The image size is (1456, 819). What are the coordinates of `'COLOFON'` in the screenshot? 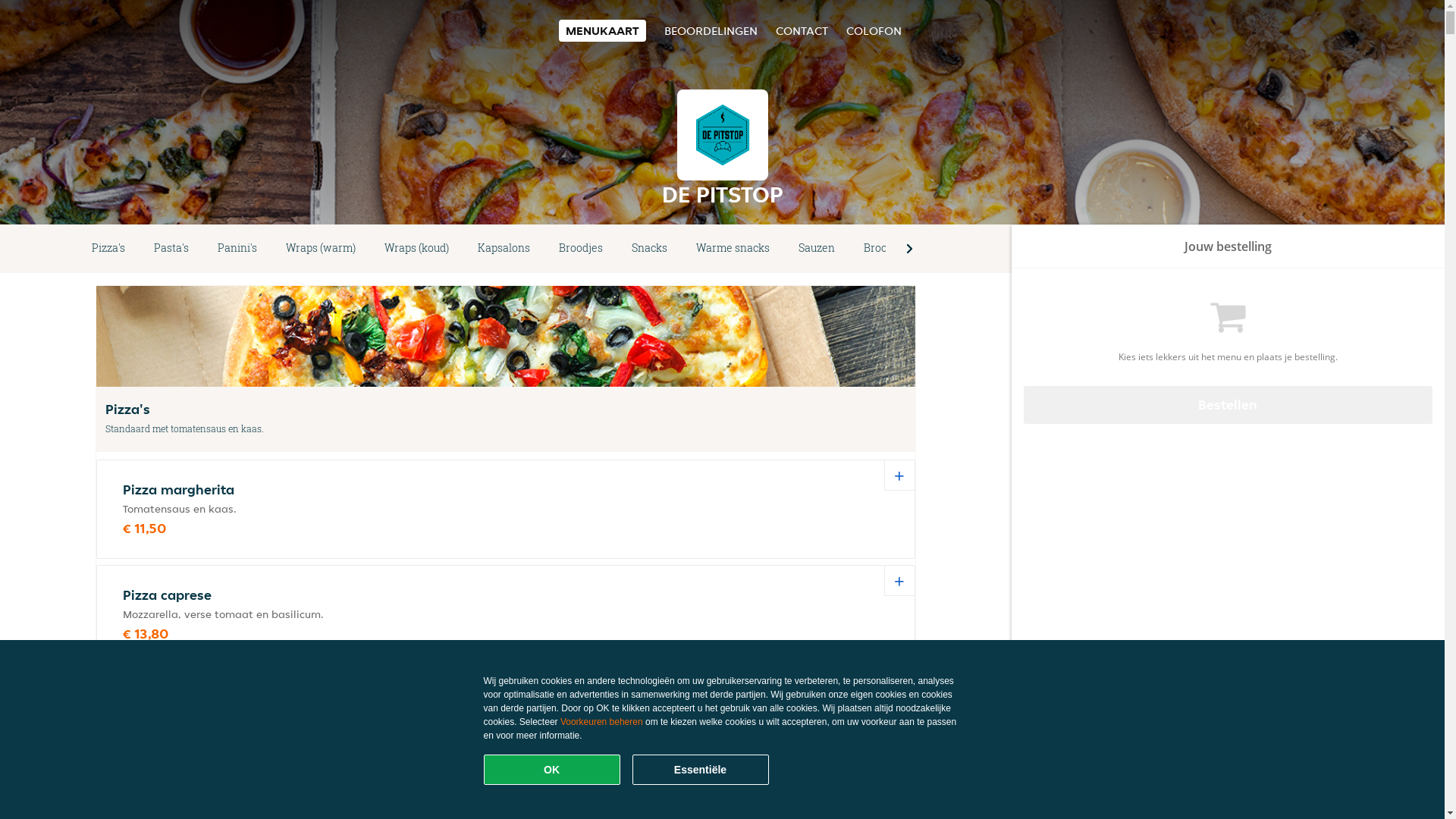 It's located at (874, 30).